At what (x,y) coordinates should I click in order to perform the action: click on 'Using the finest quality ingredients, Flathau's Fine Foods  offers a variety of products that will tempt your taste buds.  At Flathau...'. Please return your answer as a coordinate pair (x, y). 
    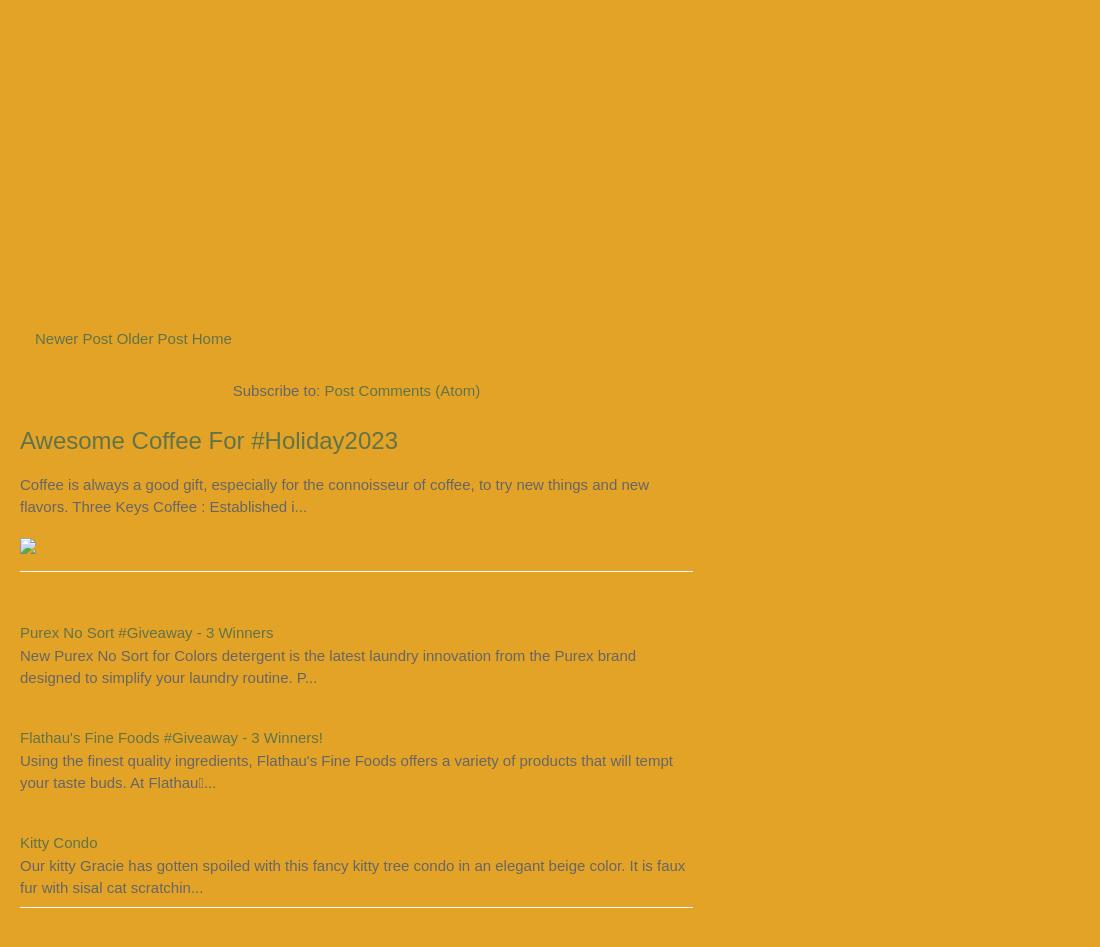
    Looking at the image, I should click on (345, 770).